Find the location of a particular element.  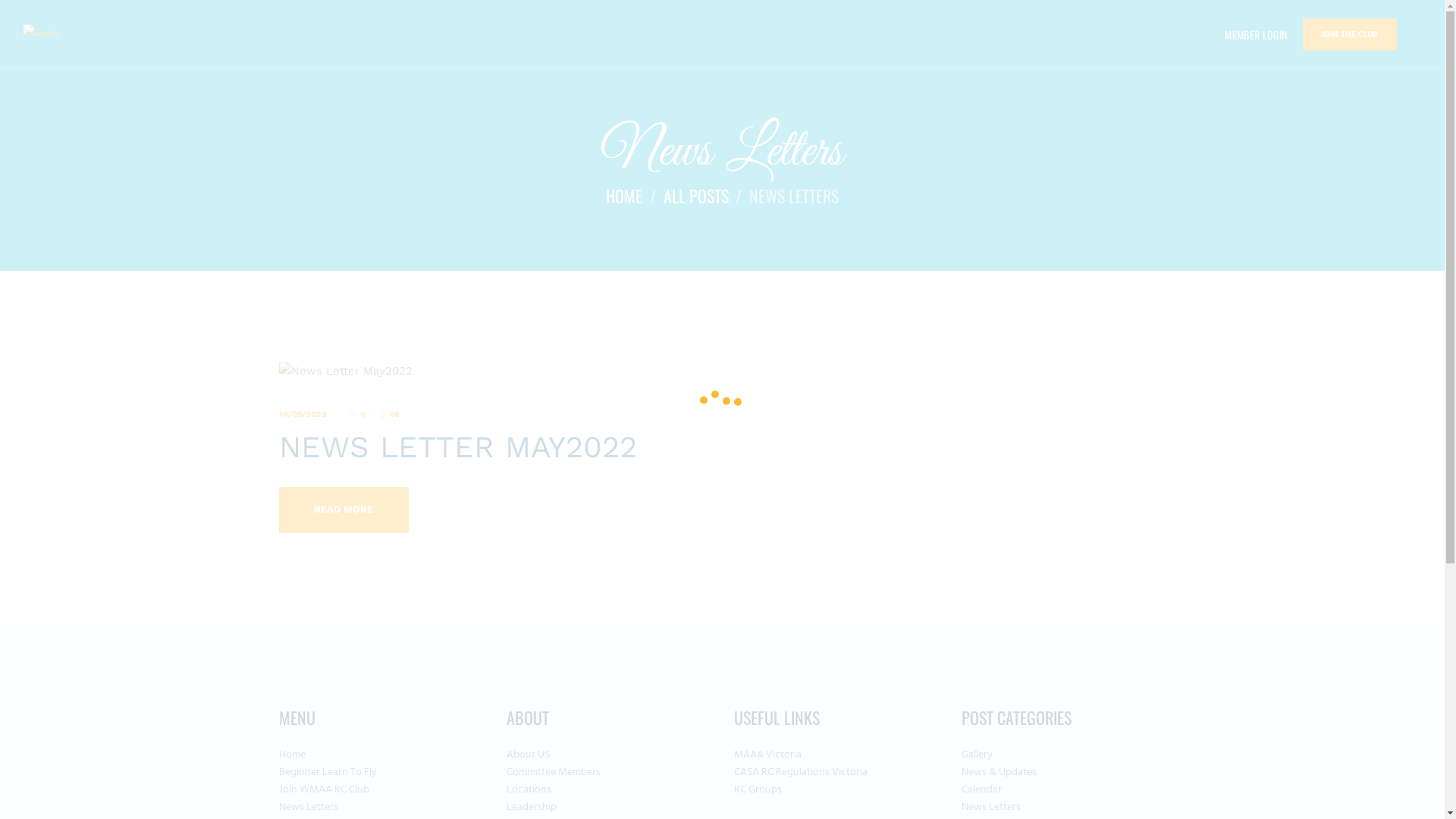

'MEMBER LOGIN' is located at coordinates (1256, 34).